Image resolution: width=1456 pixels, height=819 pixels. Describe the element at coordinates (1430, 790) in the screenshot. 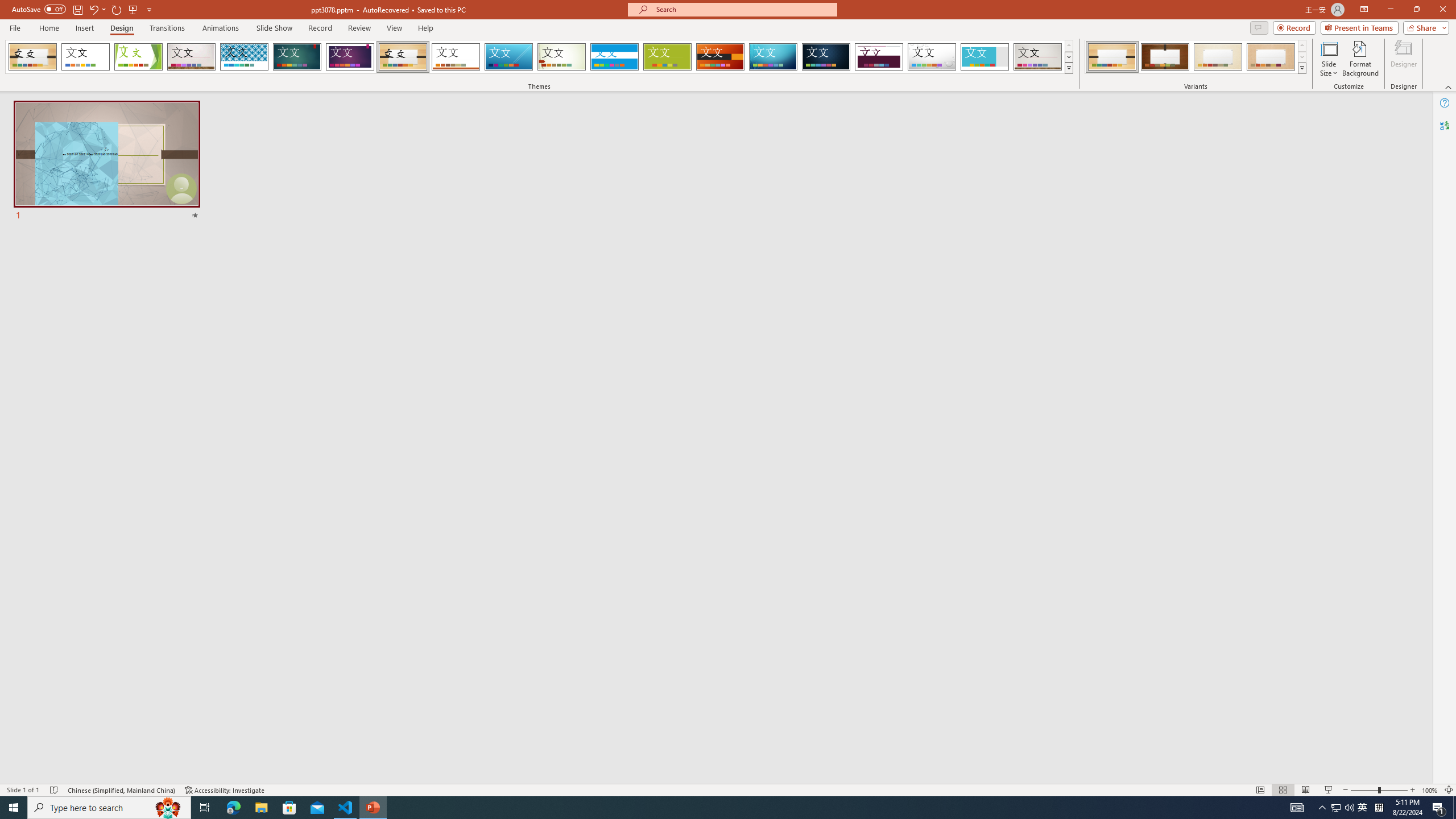

I see `'Zoom 100%'` at that location.